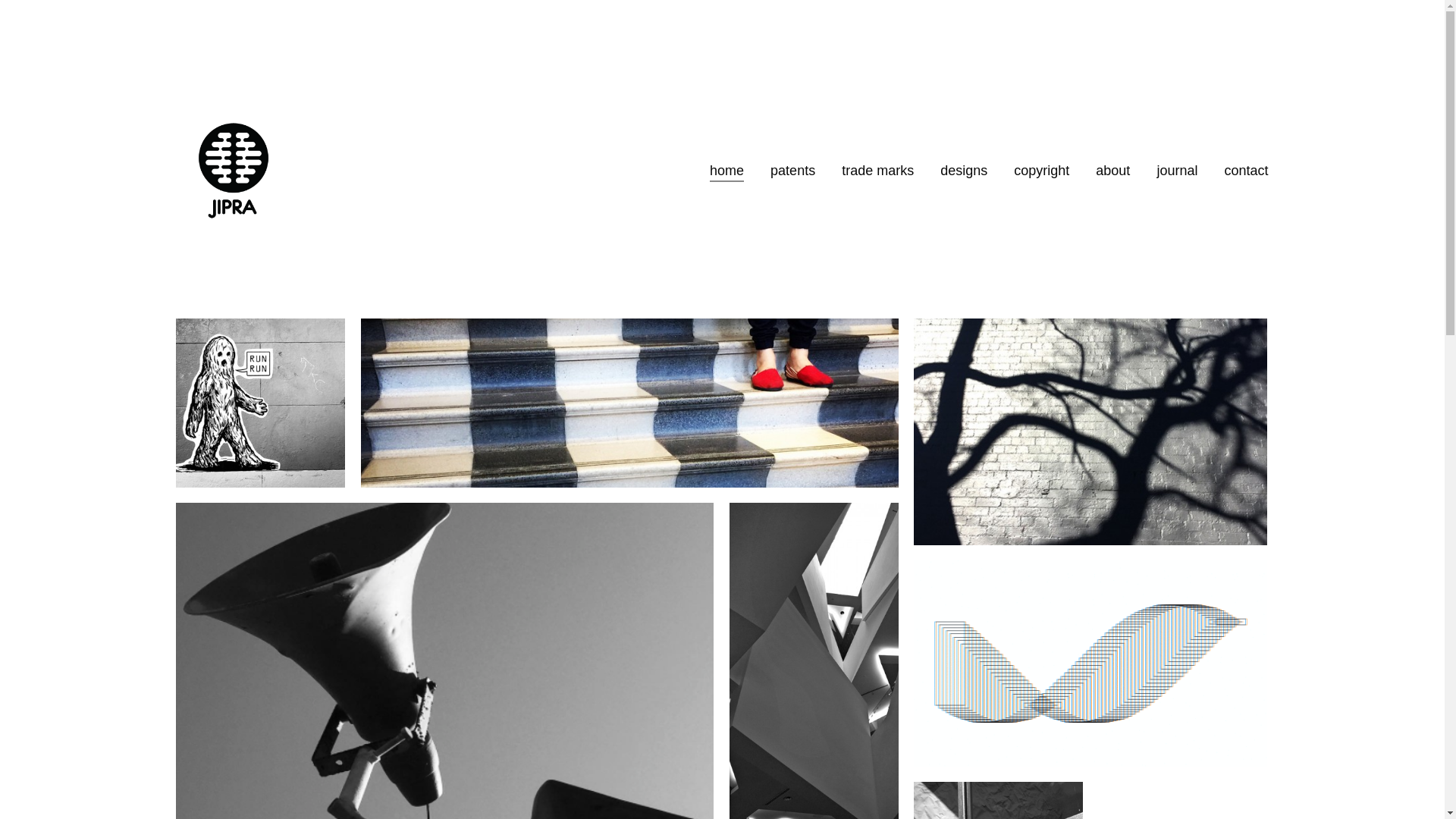  Describe the element at coordinates (1175, 170) in the screenshot. I see `'journal'` at that location.